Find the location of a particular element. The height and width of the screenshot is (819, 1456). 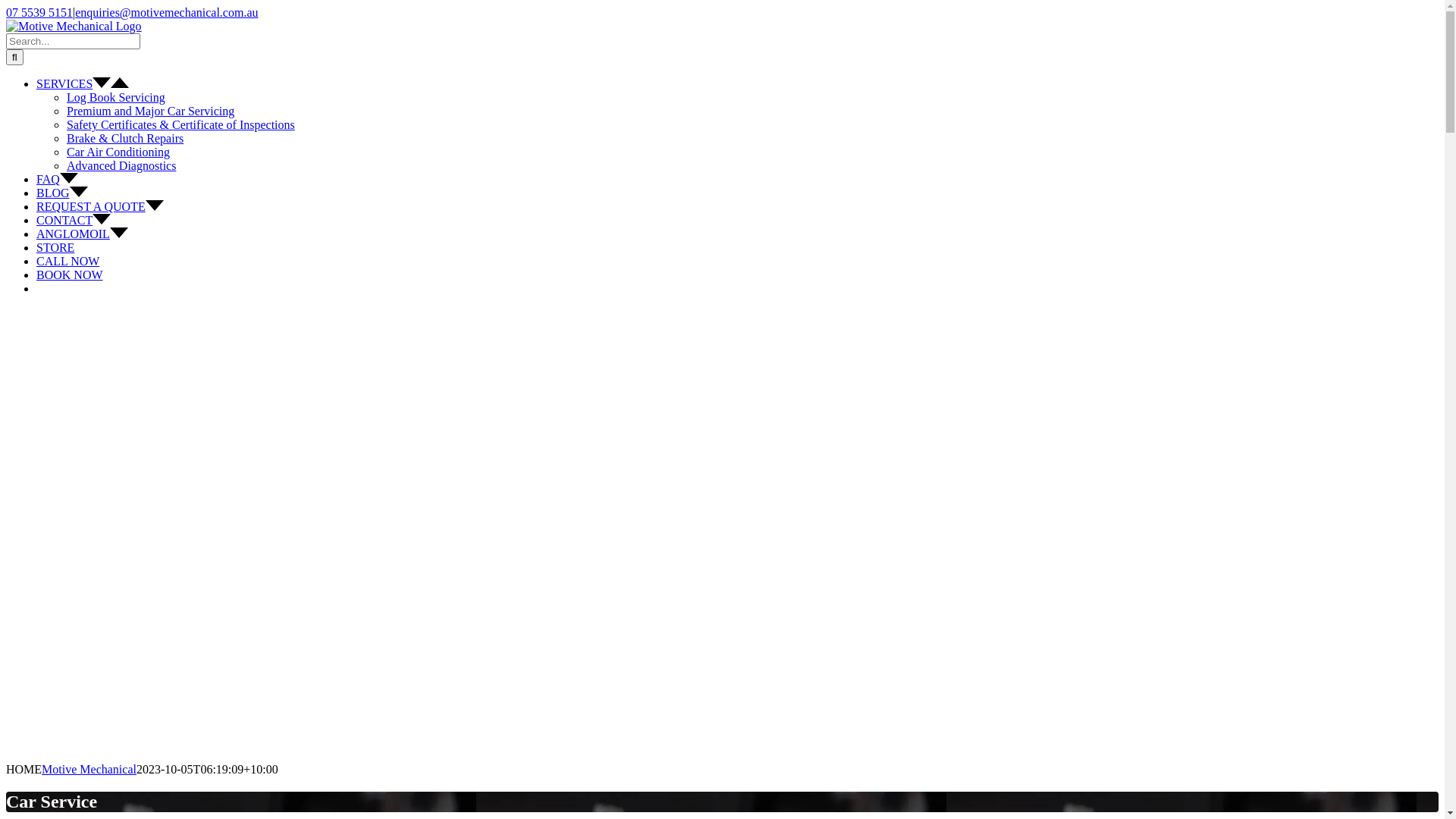

'STORE' is located at coordinates (55, 246).